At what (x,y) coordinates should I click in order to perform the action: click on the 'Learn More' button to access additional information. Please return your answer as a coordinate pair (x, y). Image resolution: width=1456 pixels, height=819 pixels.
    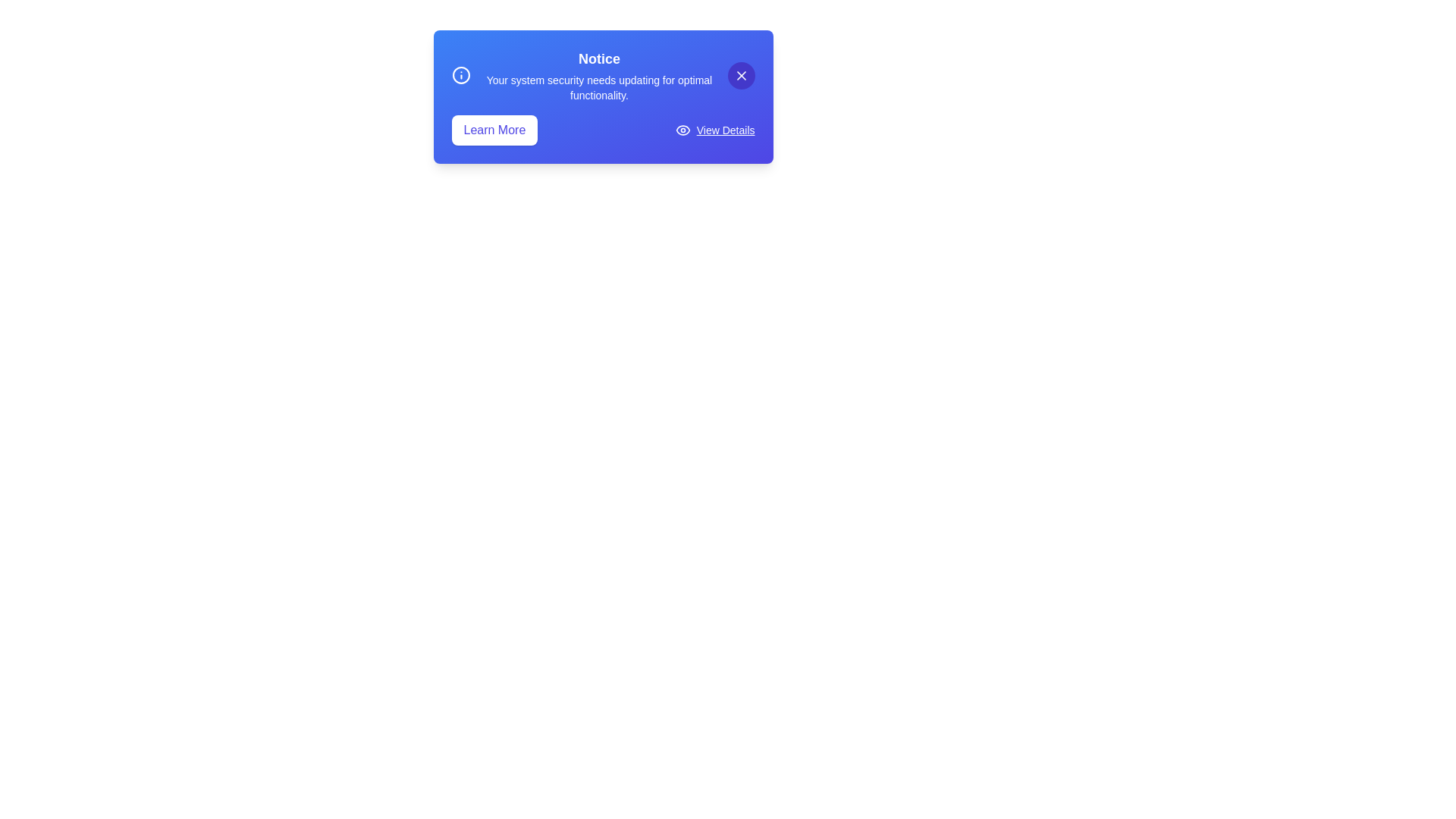
    Looking at the image, I should click on (494, 130).